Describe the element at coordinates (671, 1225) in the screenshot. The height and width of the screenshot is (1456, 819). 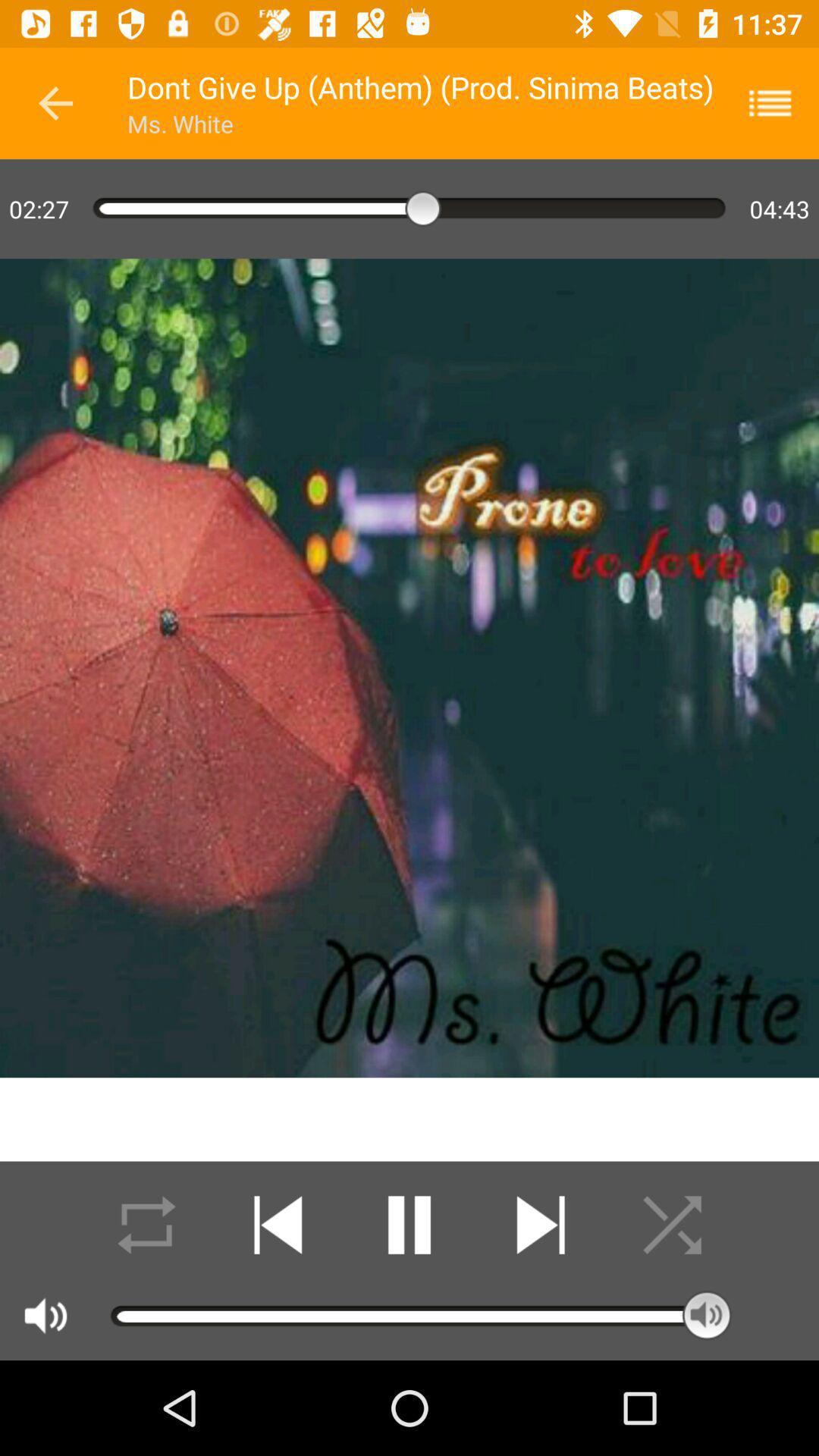
I see `the close icon` at that location.